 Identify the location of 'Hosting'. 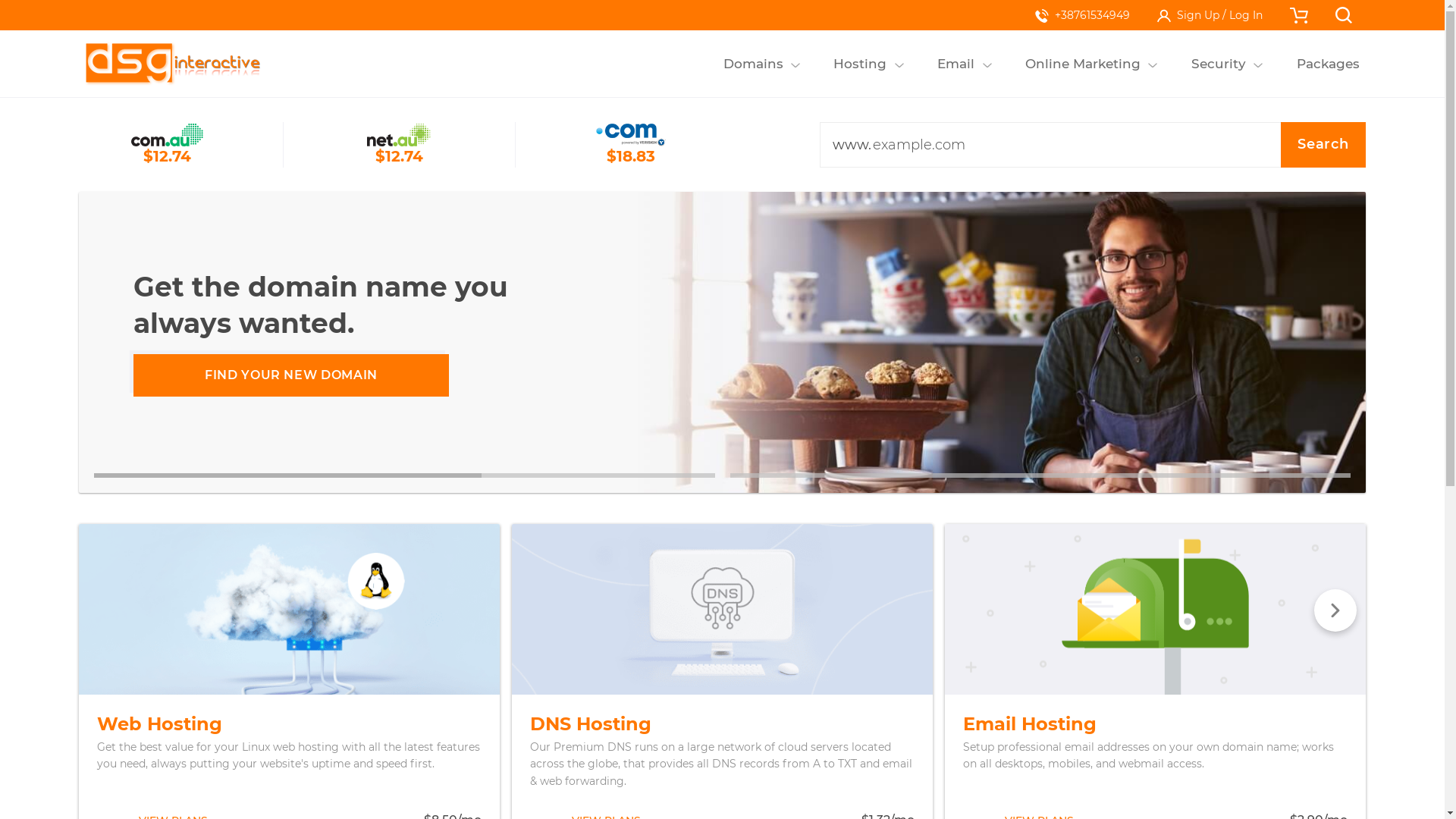
(826, 63).